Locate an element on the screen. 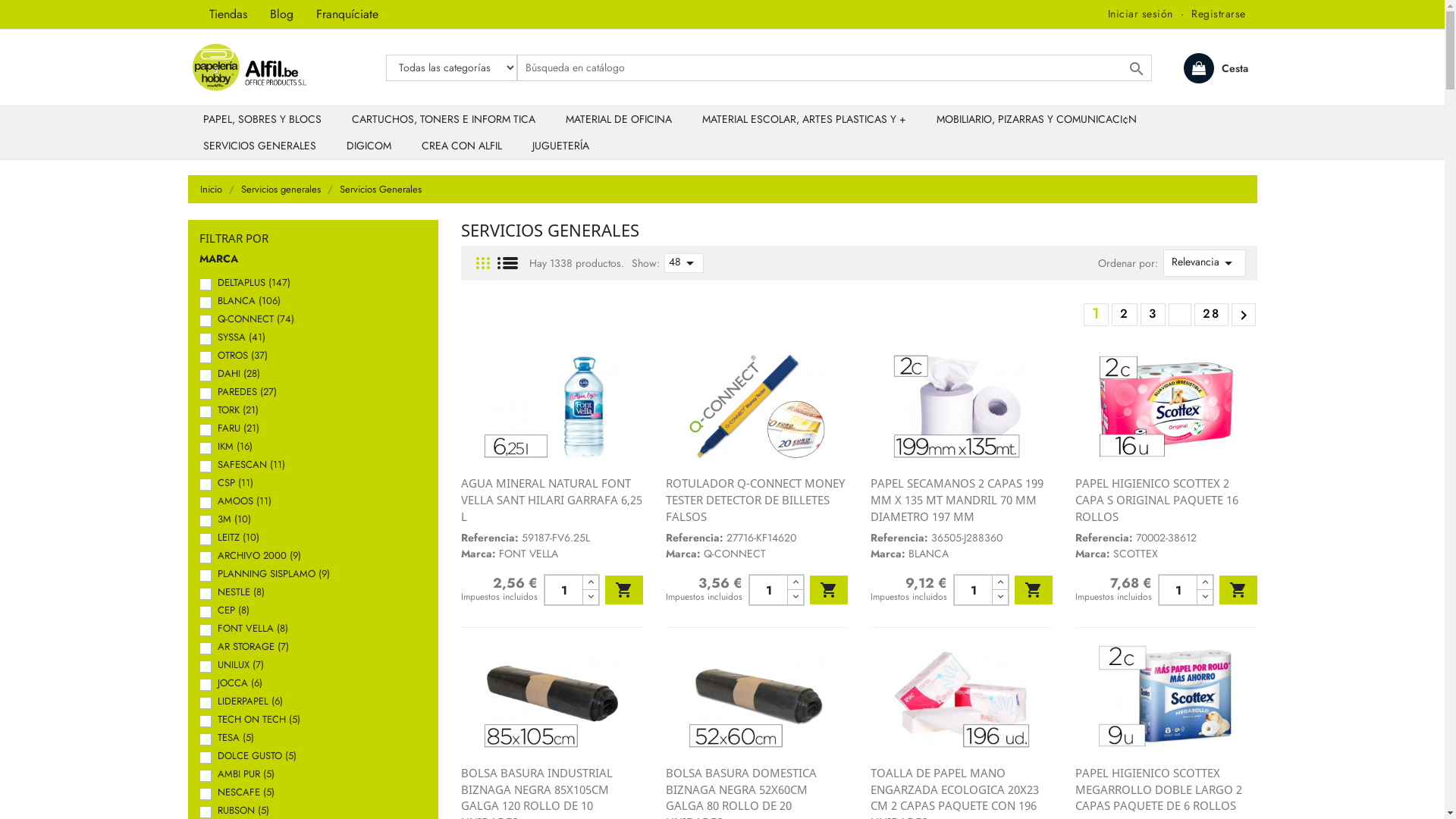 This screenshot has width=1456, height=819. 'ROTULADOR Q-CONNECT MONEY TESTER DETECTOR DE BILLETES FALSOS' is located at coordinates (666, 499).